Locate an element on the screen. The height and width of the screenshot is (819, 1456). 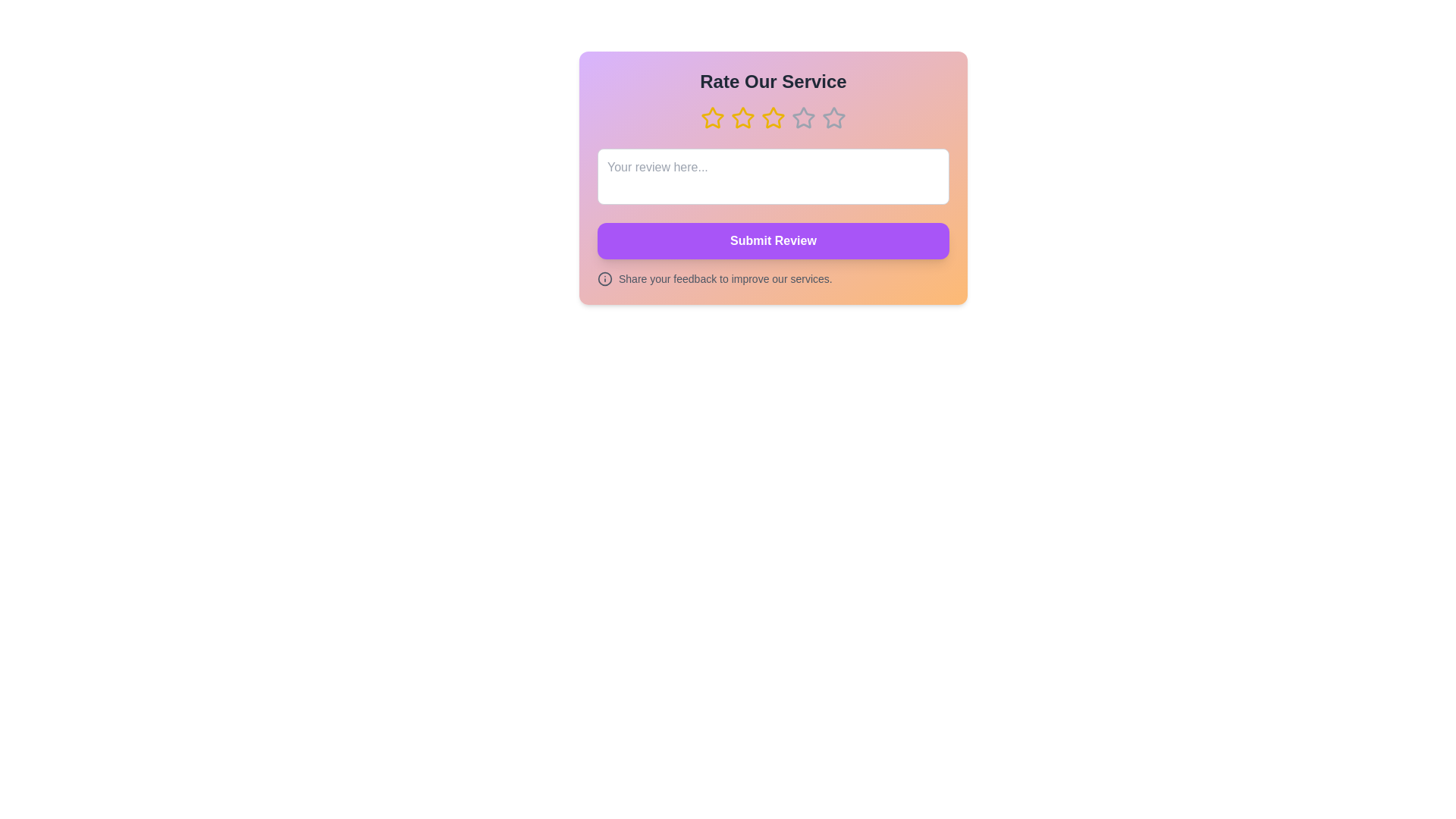
the fifth star in the rating system is located at coordinates (833, 116).